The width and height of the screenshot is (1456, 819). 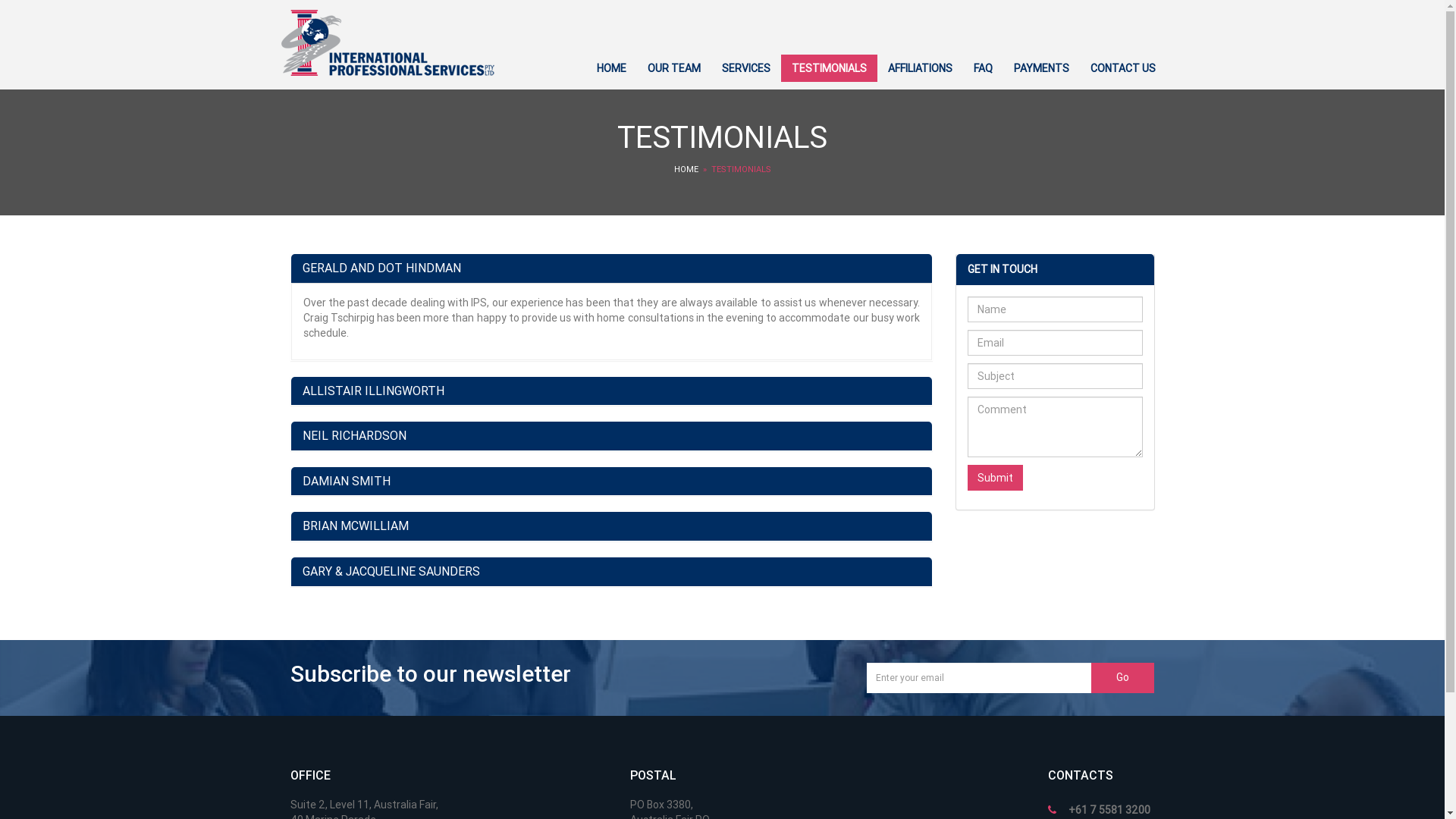 What do you see at coordinates (745, 67) in the screenshot?
I see `'SERVICES'` at bounding box center [745, 67].